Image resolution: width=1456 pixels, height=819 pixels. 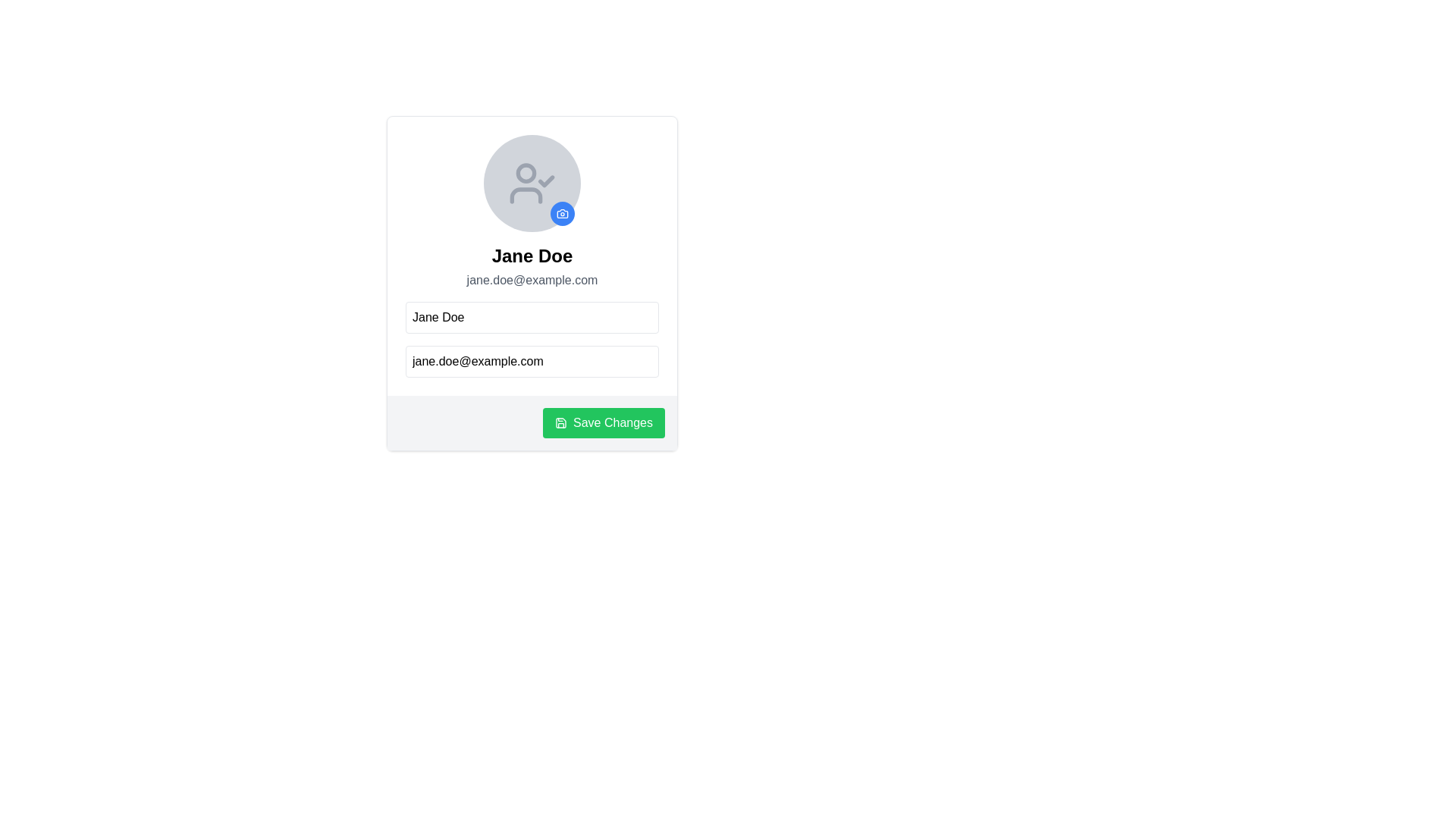 What do you see at coordinates (532, 183) in the screenshot?
I see `the Profile Picture Component, which displays the user's profile picture or placeholder, located above the text 'Jane Doe' and 'jane.doe@example.com'` at bounding box center [532, 183].